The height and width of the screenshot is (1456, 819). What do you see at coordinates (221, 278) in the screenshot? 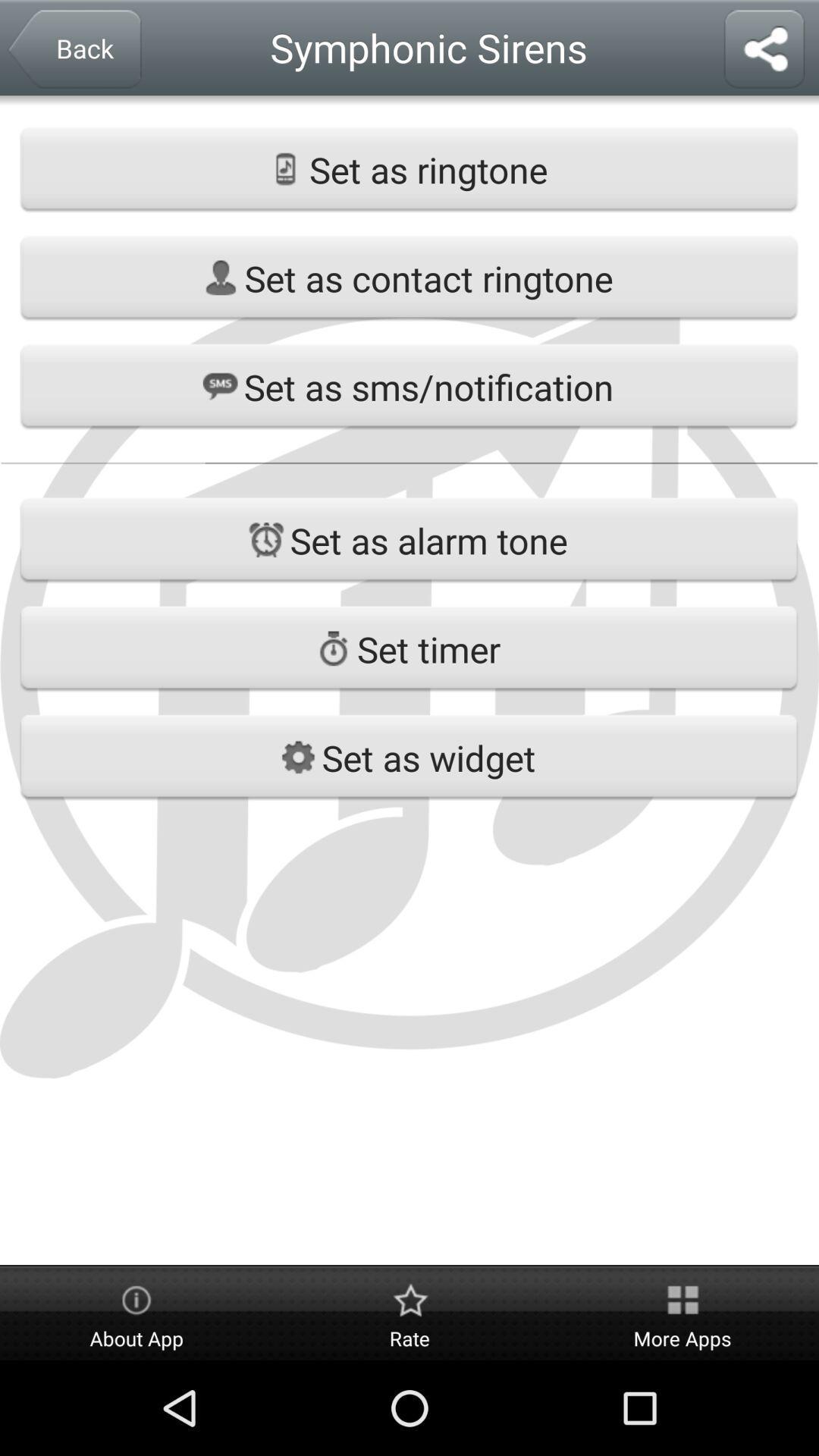
I see `the profile icon on the web page` at bounding box center [221, 278].